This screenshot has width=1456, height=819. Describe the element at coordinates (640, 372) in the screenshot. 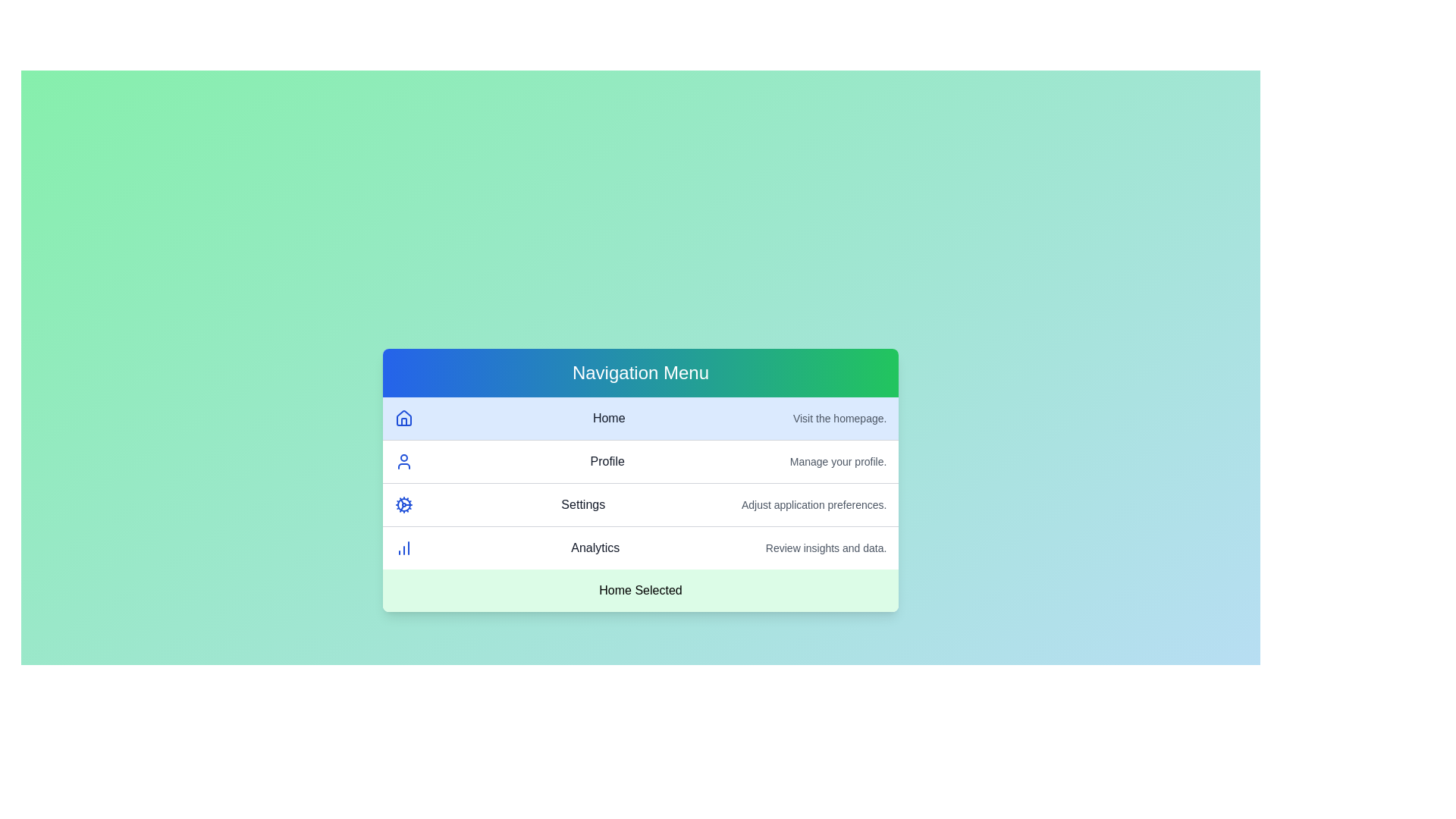

I see `the header text of the AdvancedMenu component` at that location.